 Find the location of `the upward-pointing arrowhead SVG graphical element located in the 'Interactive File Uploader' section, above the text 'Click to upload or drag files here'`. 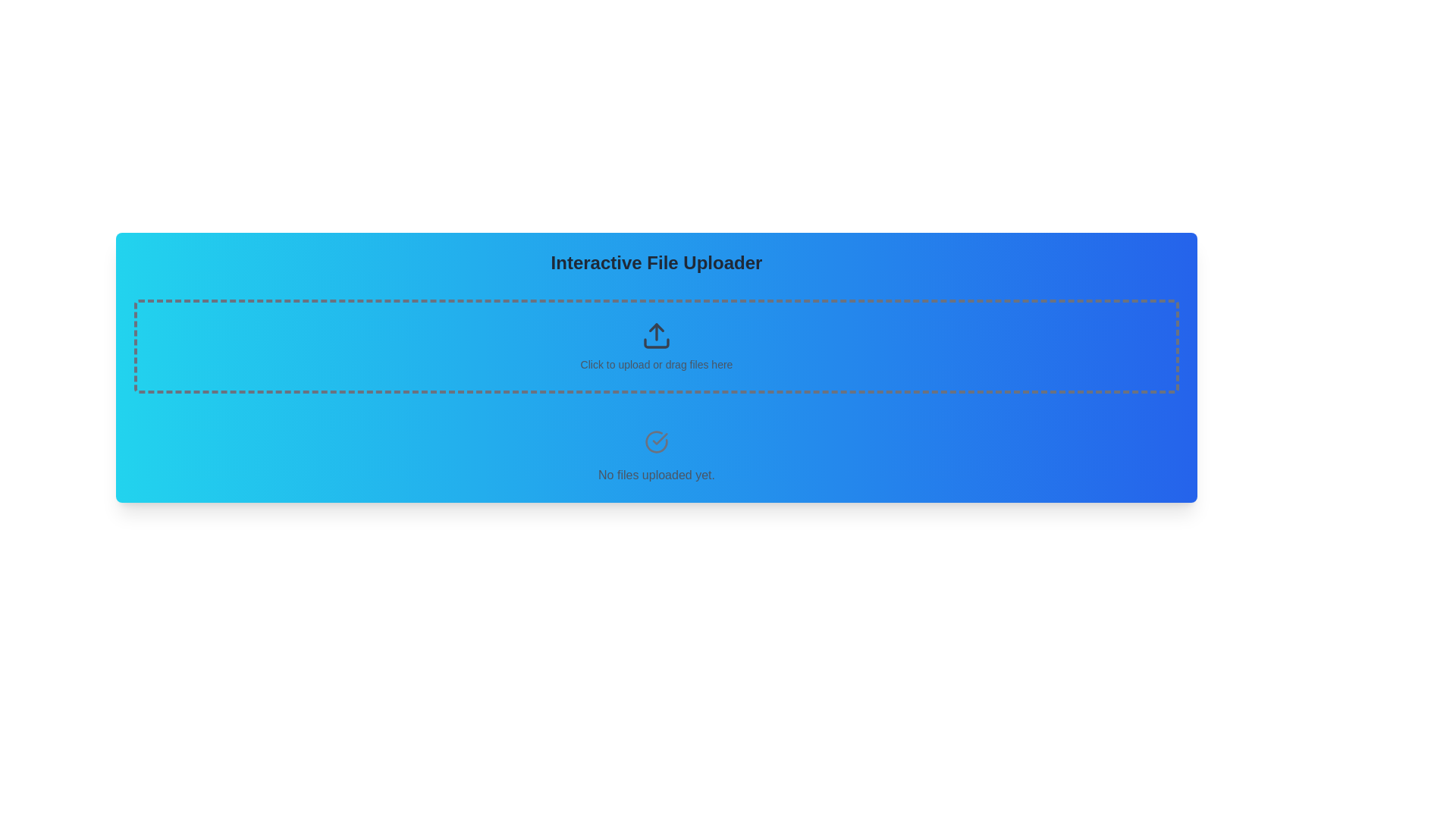

the upward-pointing arrowhead SVG graphical element located in the 'Interactive File Uploader' section, above the text 'Click to upload or drag files here' is located at coordinates (656, 327).